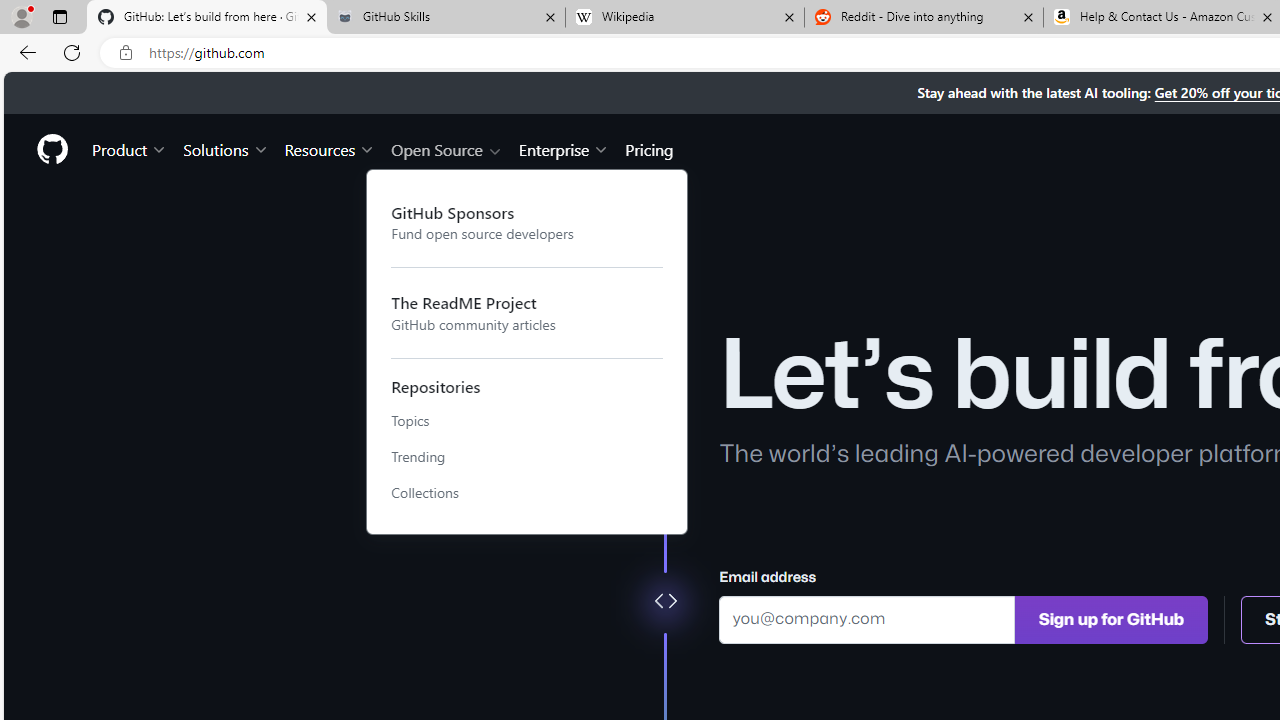  I want to click on 'GitHub Skills', so click(444, 17).